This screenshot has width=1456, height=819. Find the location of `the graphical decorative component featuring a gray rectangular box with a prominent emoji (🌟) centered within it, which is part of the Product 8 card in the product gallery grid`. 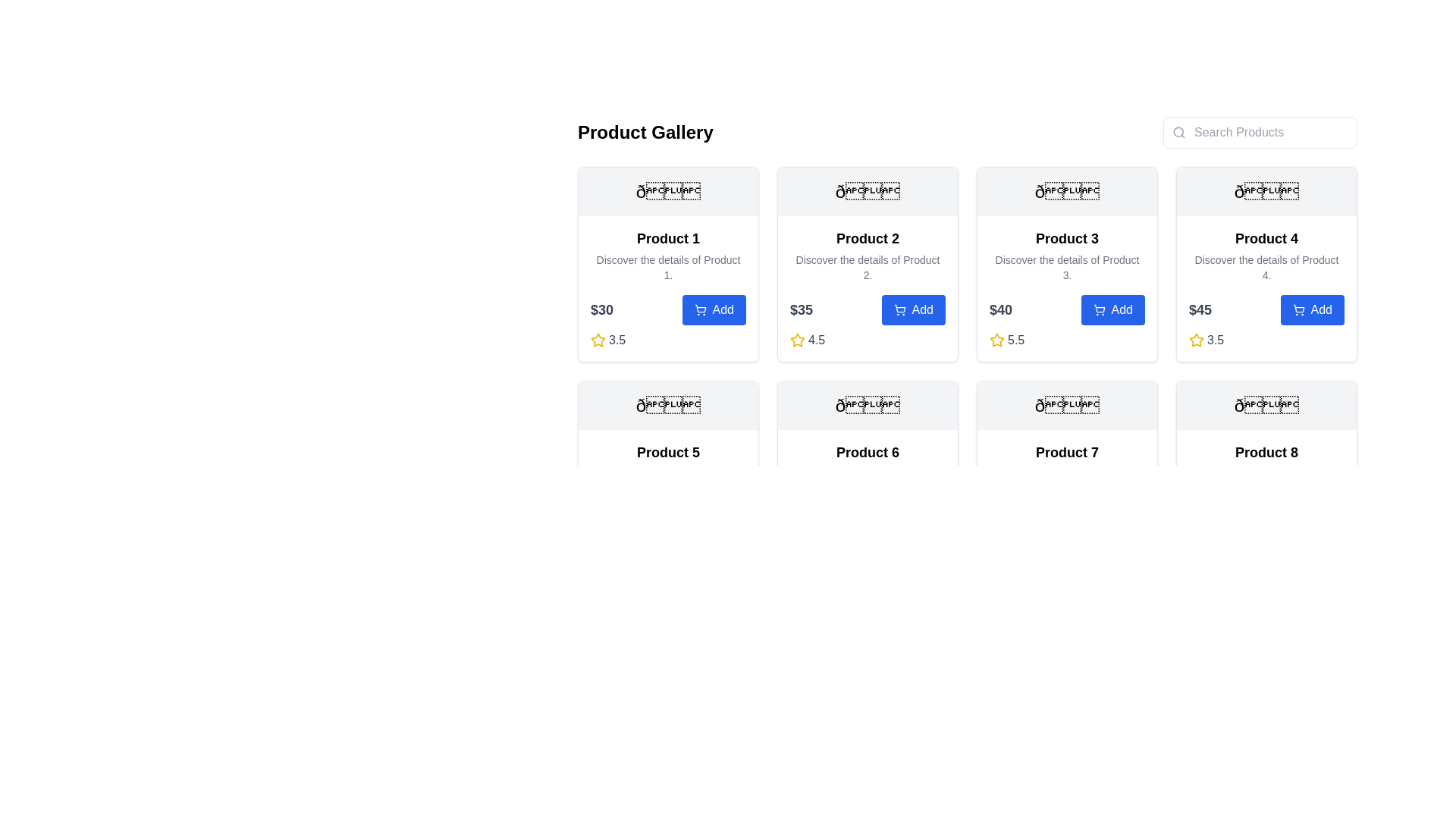

the graphical decorative component featuring a gray rectangular box with a prominent emoji (🌟) centered within it, which is part of the Product 8 card in the product gallery grid is located at coordinates (1266, 405).